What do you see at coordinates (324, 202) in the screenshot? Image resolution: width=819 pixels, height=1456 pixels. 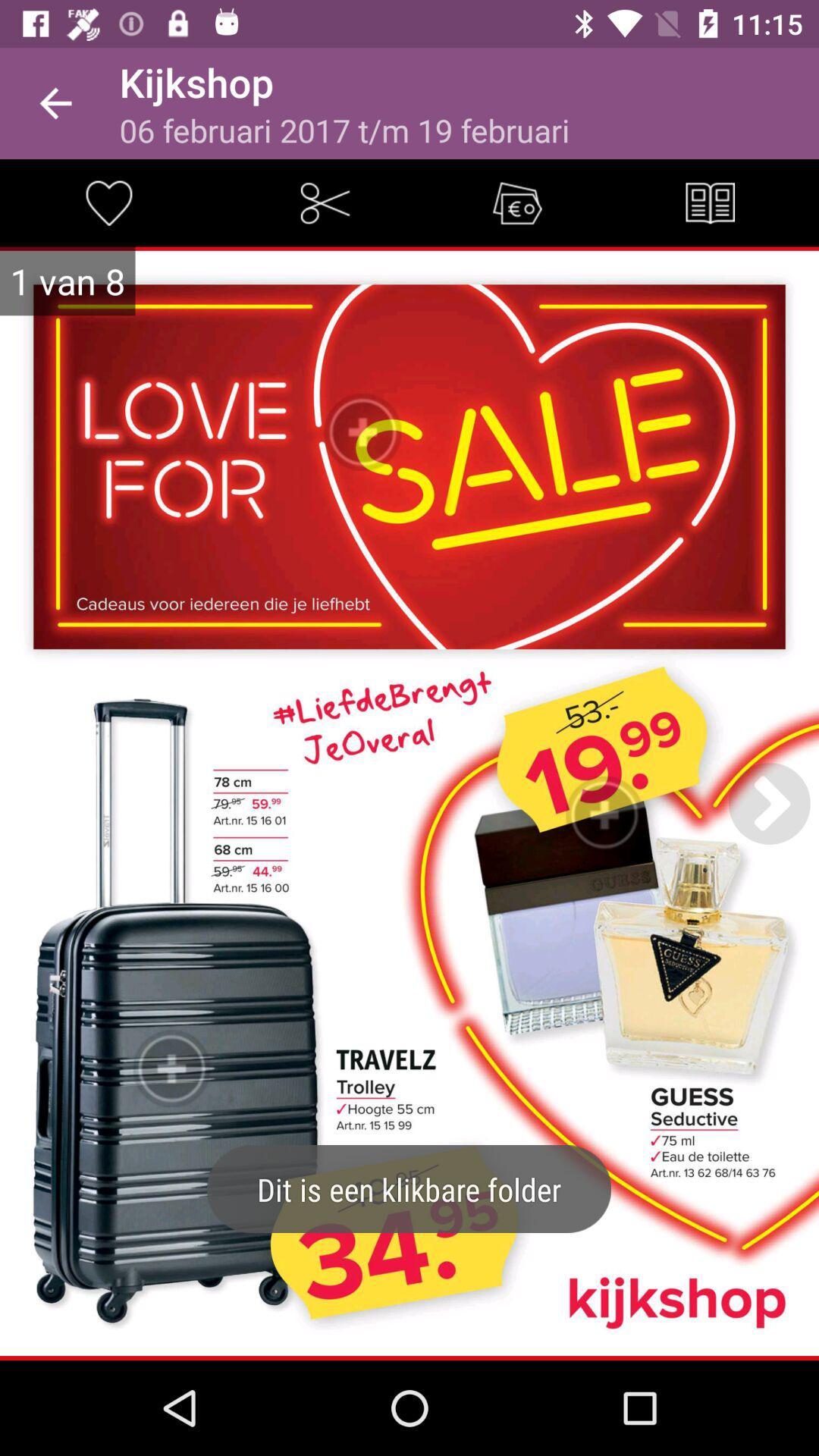 I see `crop image` at bounding box center [324, 202].